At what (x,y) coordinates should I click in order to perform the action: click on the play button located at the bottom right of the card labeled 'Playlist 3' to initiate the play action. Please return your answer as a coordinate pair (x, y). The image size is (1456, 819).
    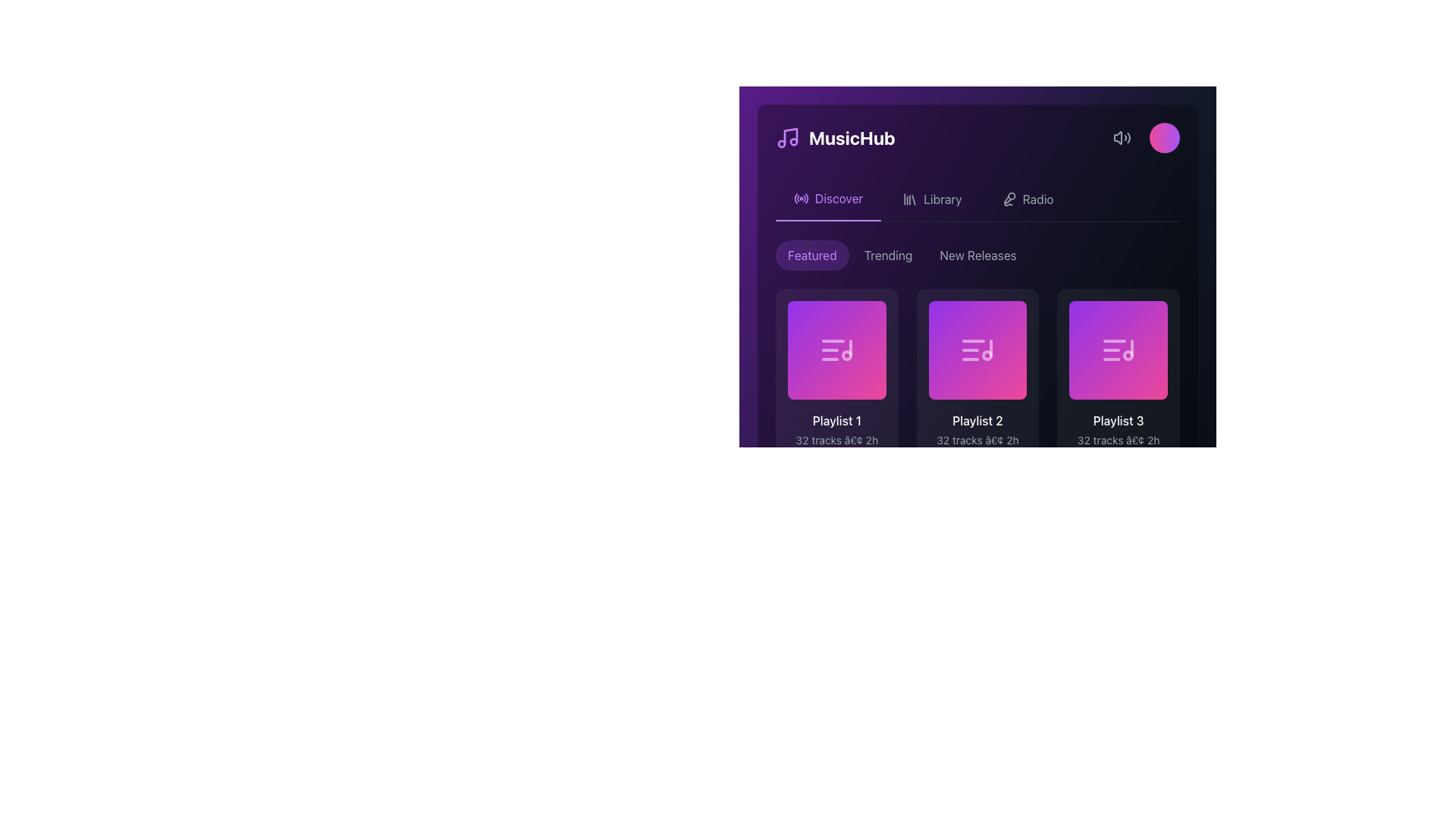
    Looking at the image, I should click on (1137, 362).